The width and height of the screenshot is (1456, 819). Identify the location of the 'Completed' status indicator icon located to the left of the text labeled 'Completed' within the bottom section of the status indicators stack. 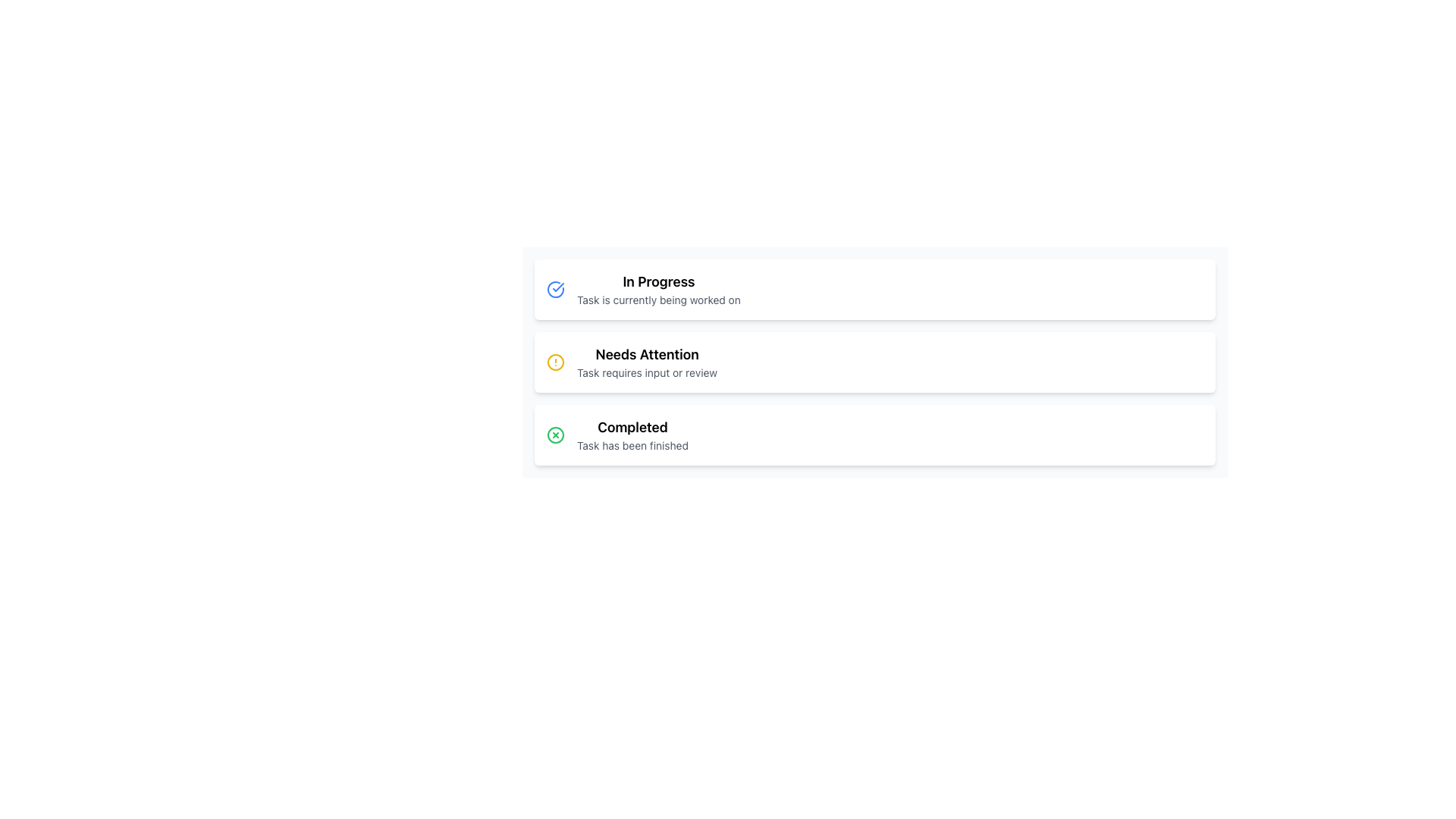
(555, 435).